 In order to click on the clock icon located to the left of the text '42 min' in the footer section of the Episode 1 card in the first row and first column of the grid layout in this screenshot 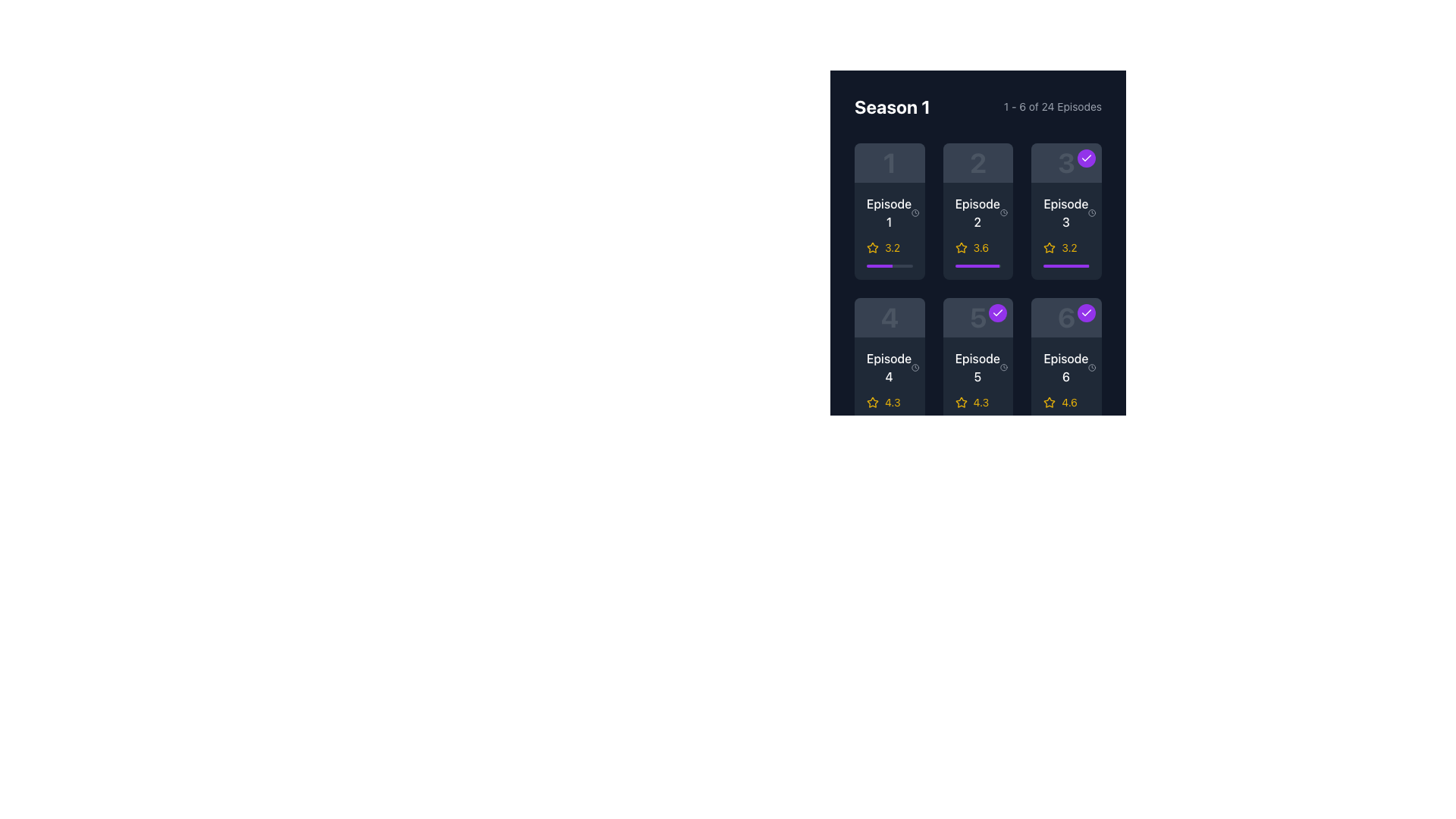, I will do `click(915, 213)`.